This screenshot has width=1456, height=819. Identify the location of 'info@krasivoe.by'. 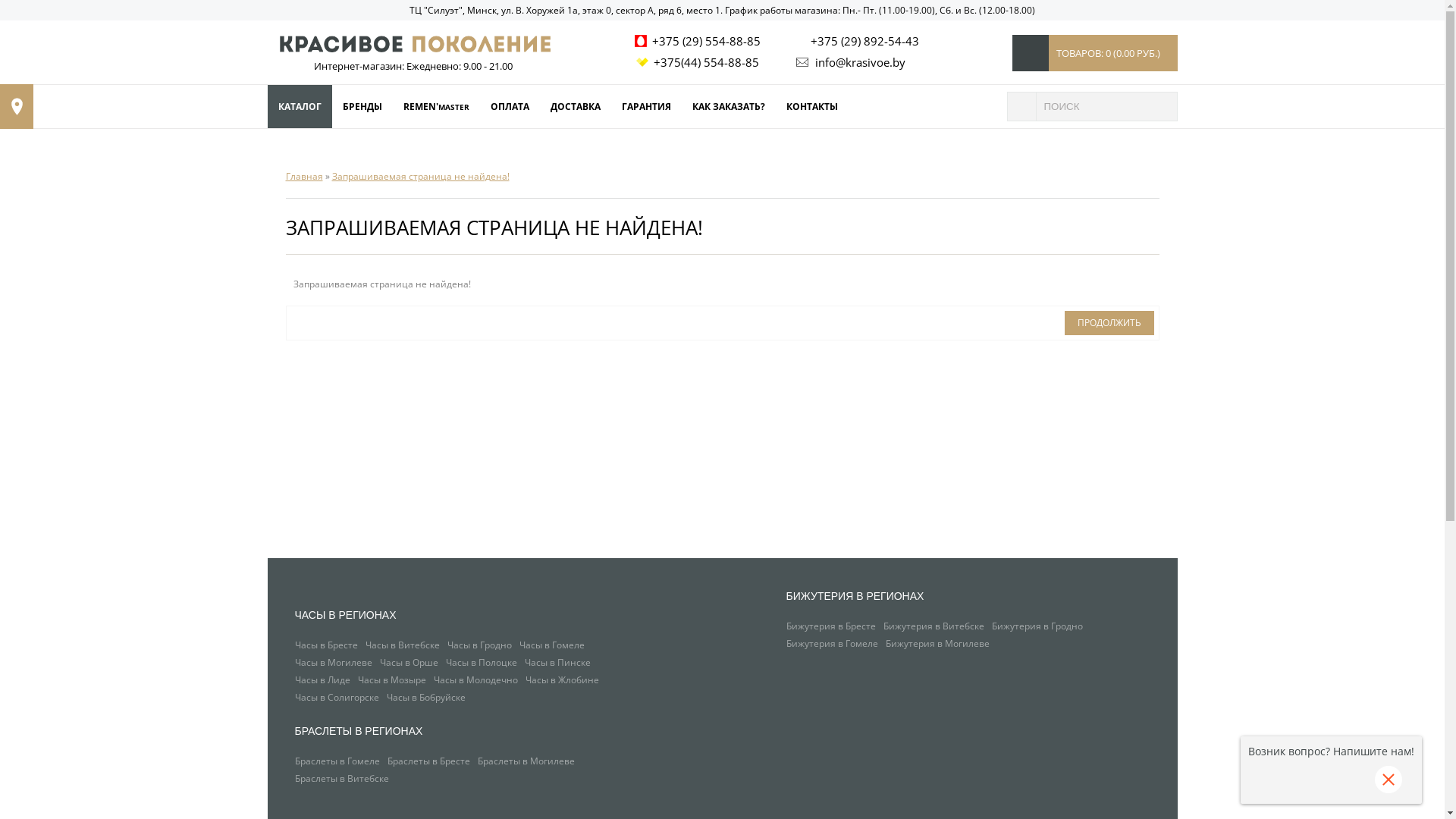
(770, 61).